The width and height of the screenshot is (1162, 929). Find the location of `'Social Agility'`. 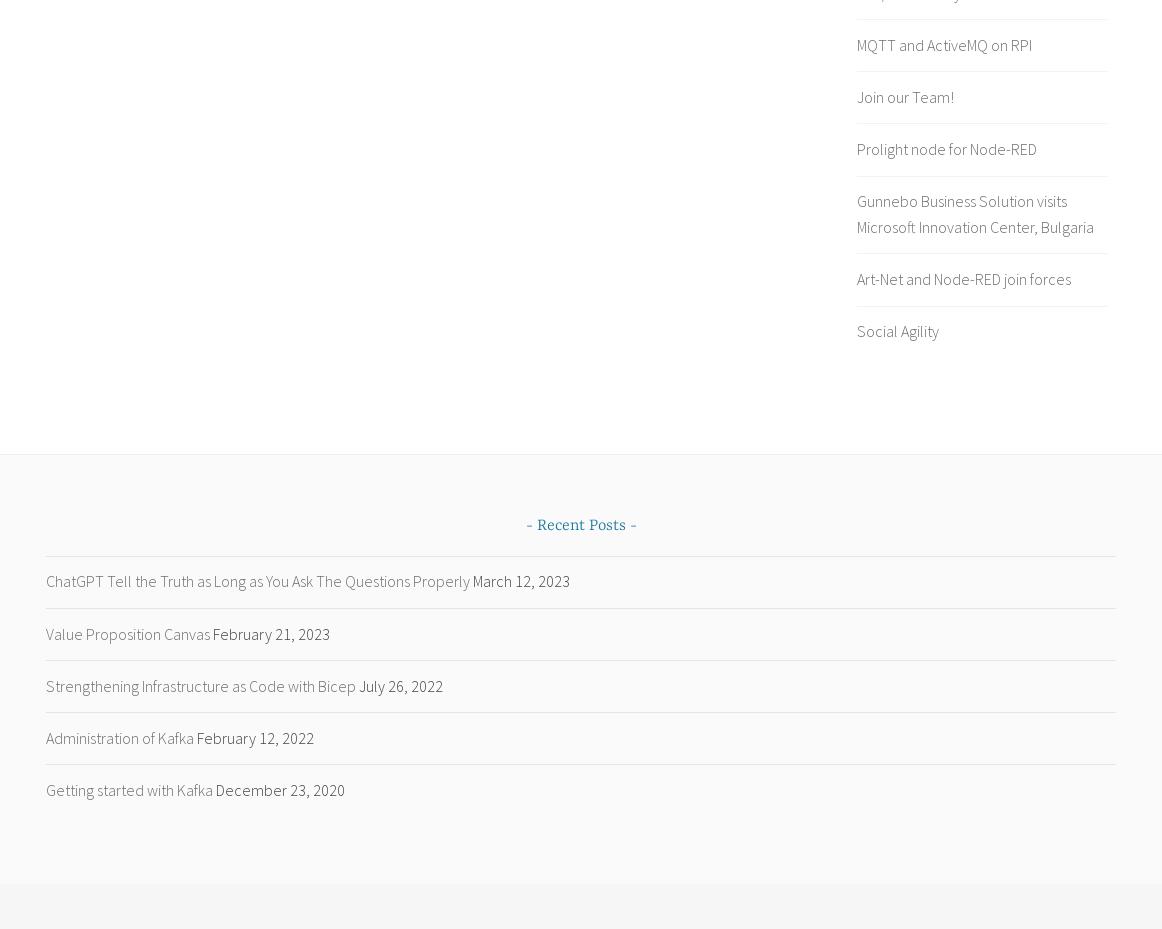

'Social Agility' is located at coordinates (856, 331).